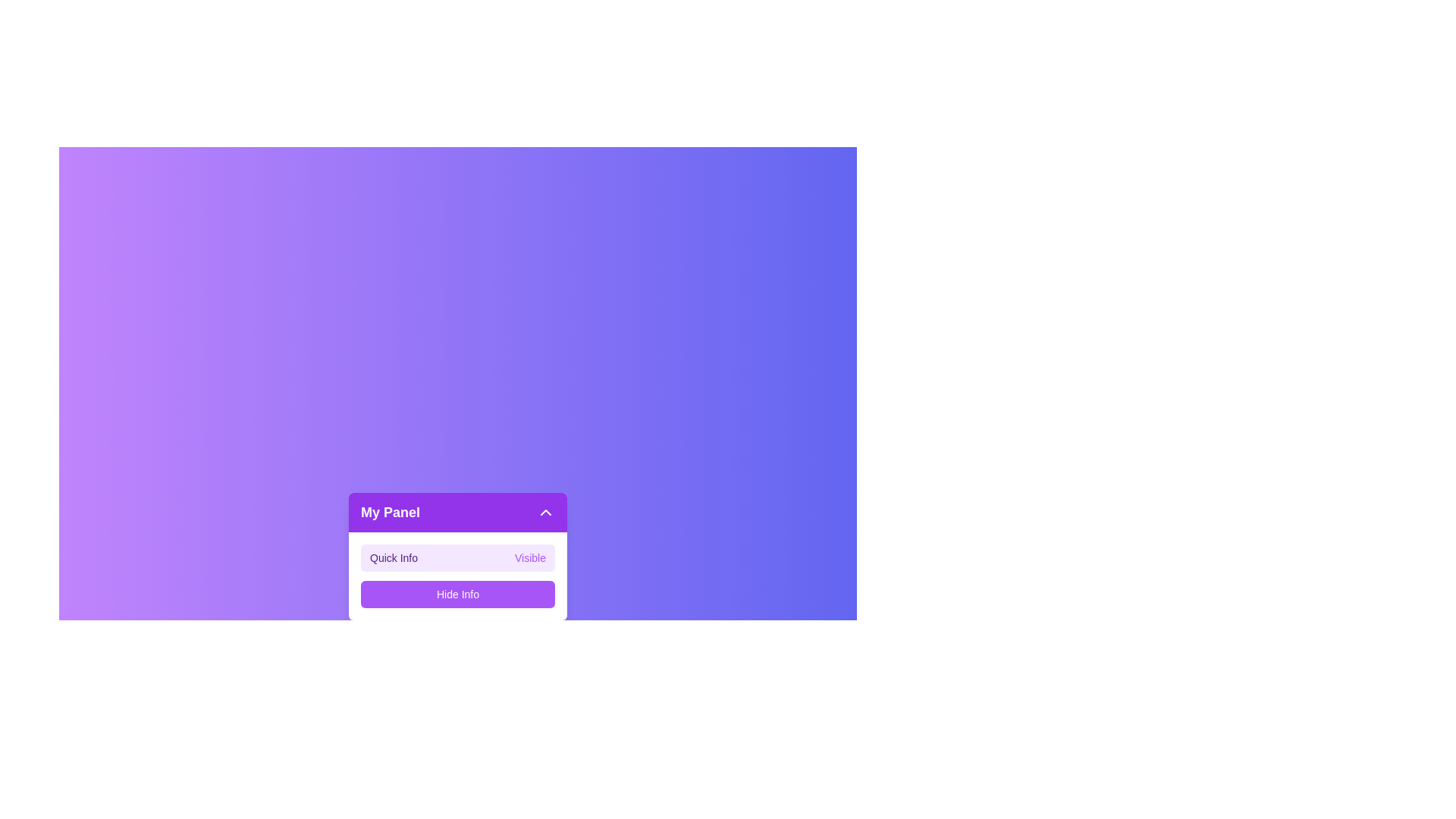 This screenshot has width=1456, height=819. Describe the element at coordinates (457, 512) in the screenshot. I see `the header button labeled 'My Panel' to toggle the dropdown menu visibility` at that location.